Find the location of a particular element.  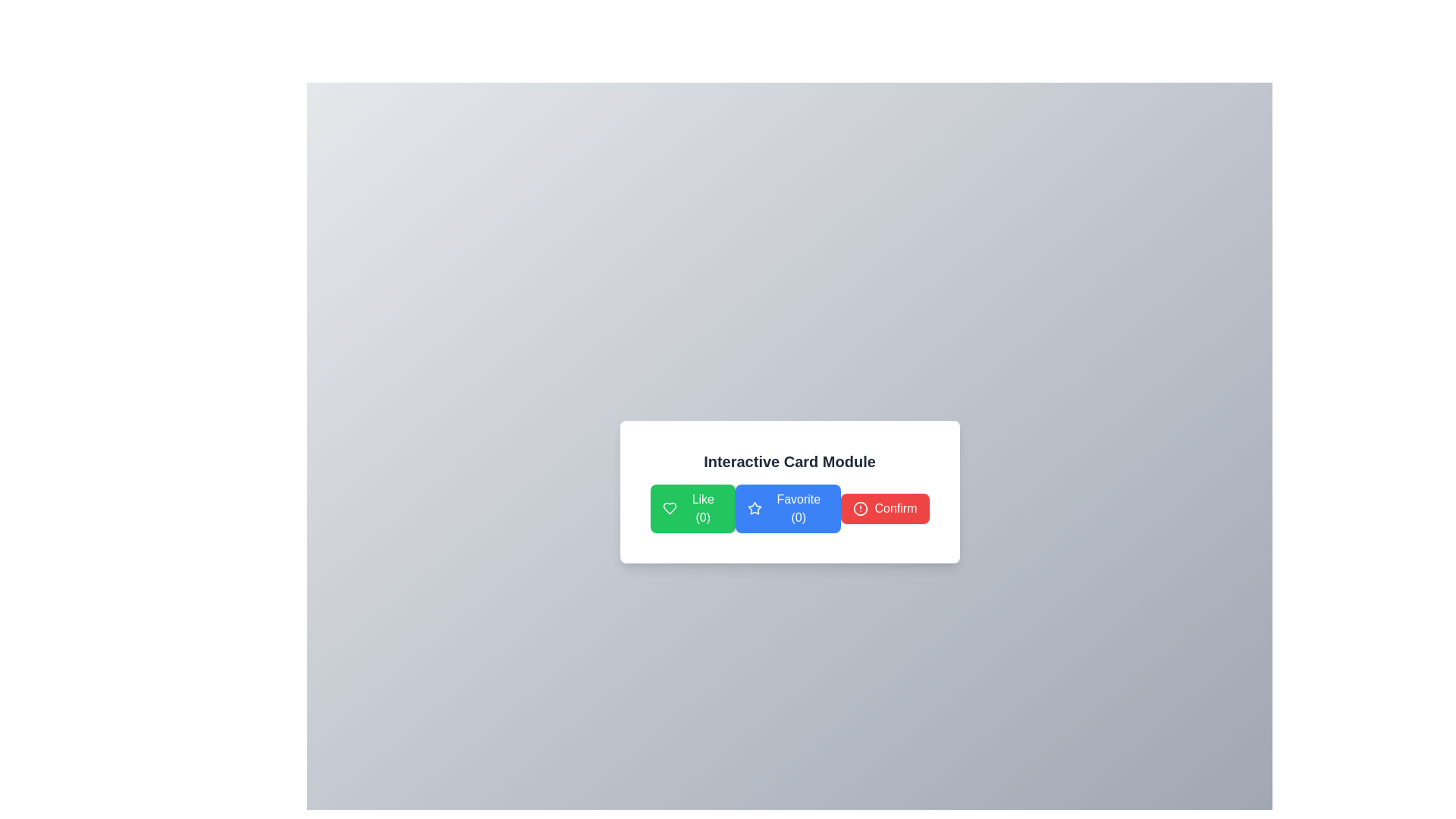

the 'Favorite' icon represented by a star within the blue button labeled 'Favorite (0)', located in the Interactive Card Module is located at coordinates (755, 508).